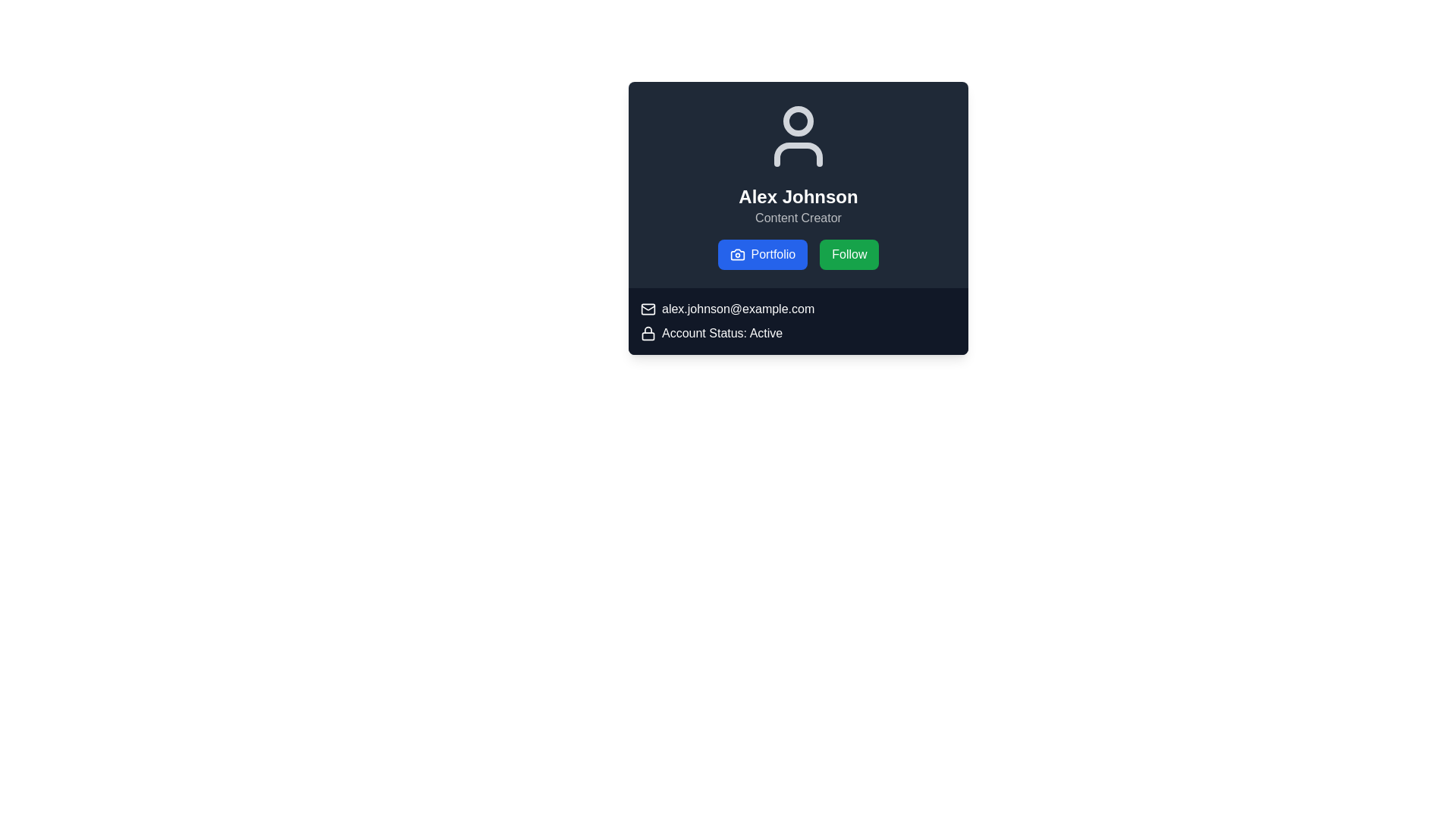 Image resolution: width=1456 pixels, height=819 pixels. Describe the element at coordinates (797, 218) in the screenshot. I see `the text label that conveys the role 'Content Creator' associated with 'Alex Johnson', positioned beneath the bold 'Alex Johnson' text and above the 'Portfolio' and 'Follow' buttons` at that location.